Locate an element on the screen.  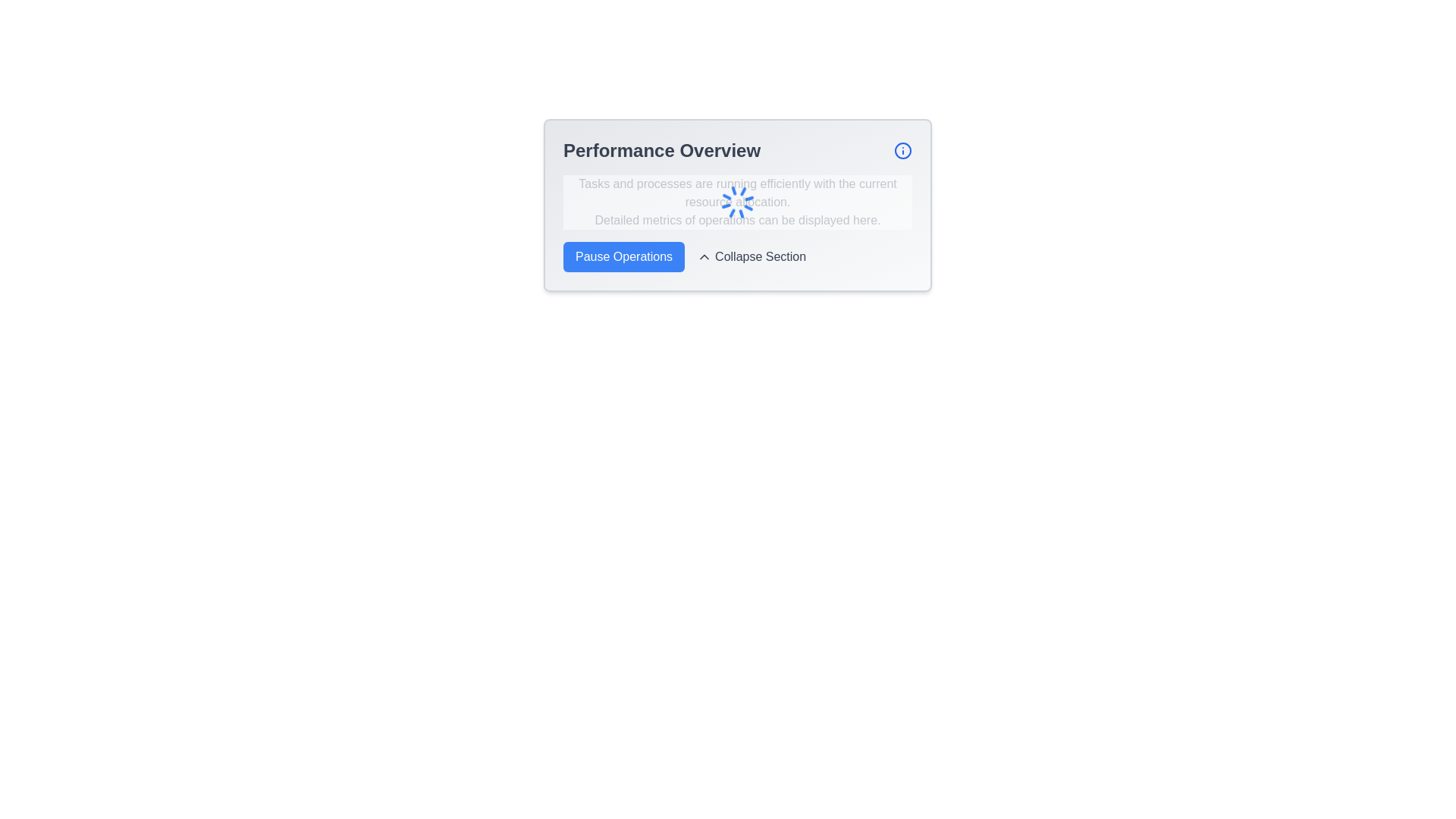
supplementary text content that states 'Detailed metrics of operations can be displayed here.' located below the message 'Tasks and processes are running efficiently with the current resource allocation.' in the 'Performance Overview' section is located at coordinates (738, 220).